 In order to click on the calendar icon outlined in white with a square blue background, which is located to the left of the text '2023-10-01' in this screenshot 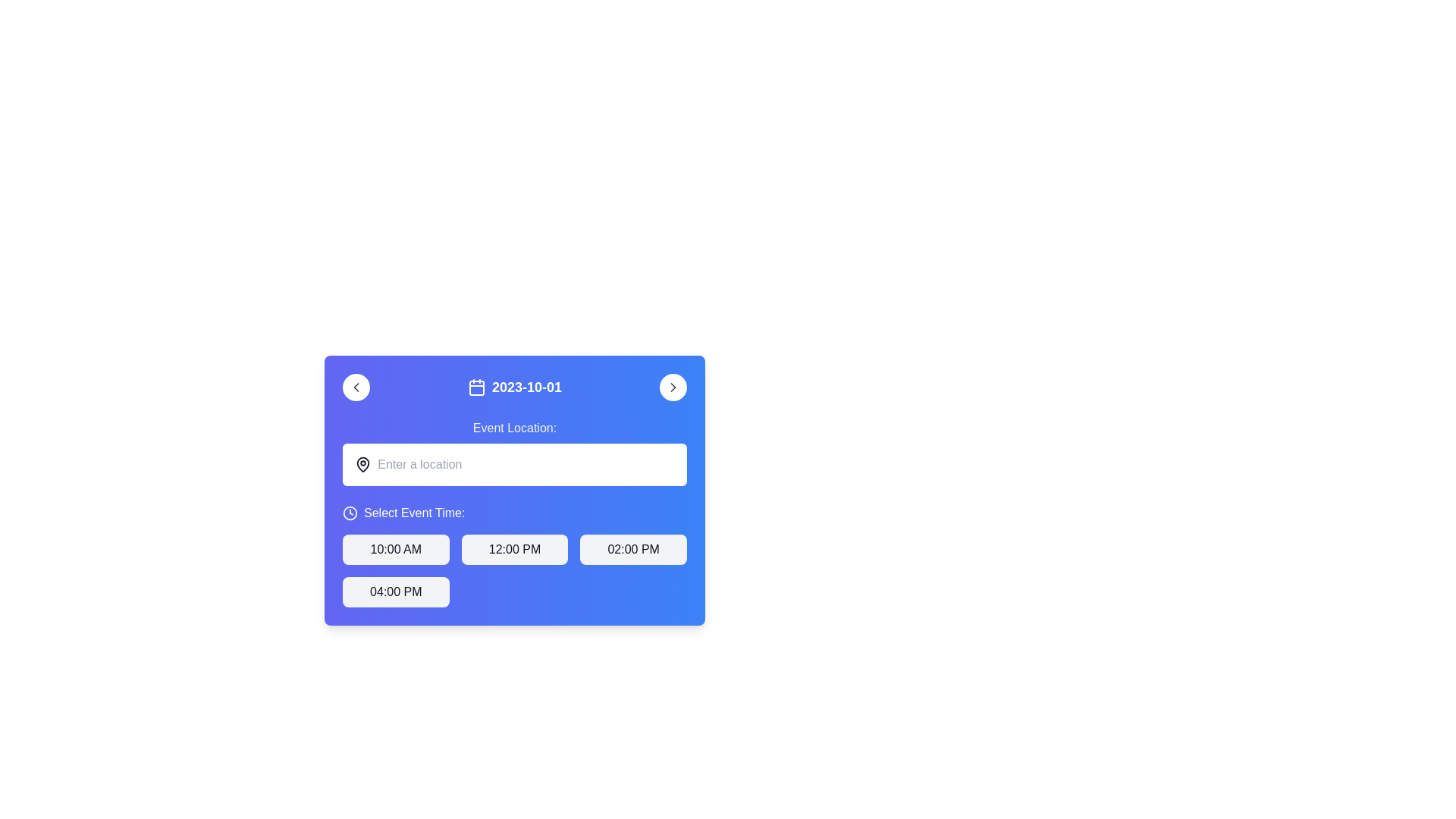, I will do `click(475, 386)`.